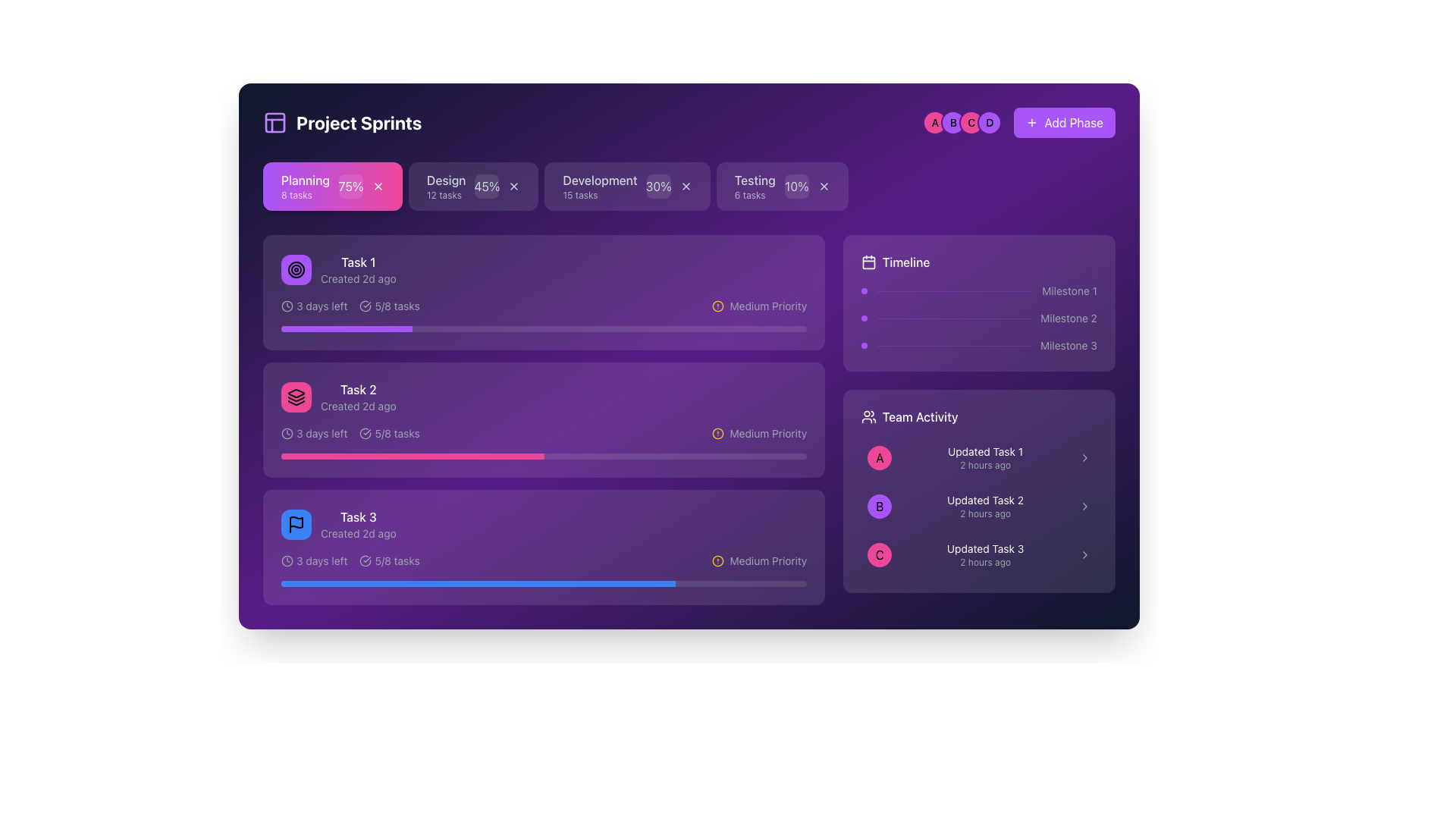 This screenshot has width=1456, height=819. I want to click on the Priority indicator with icon and text located in the right section of the second task block from the top within the tasks list, next to a horizontal progress bar, so click(759, 306).